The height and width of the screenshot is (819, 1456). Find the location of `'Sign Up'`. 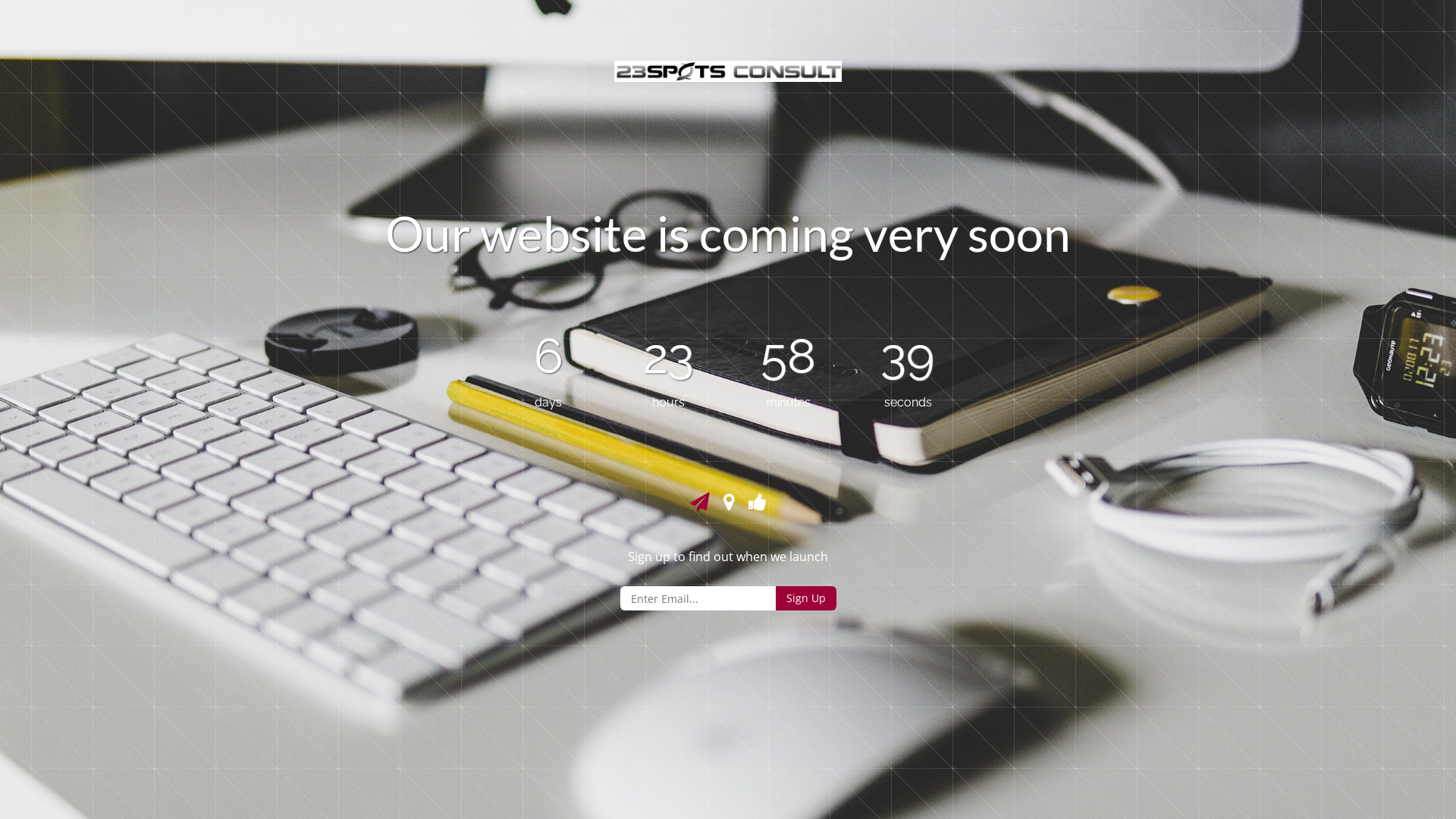

'Sign Up' is located at coordinates (775, 598).